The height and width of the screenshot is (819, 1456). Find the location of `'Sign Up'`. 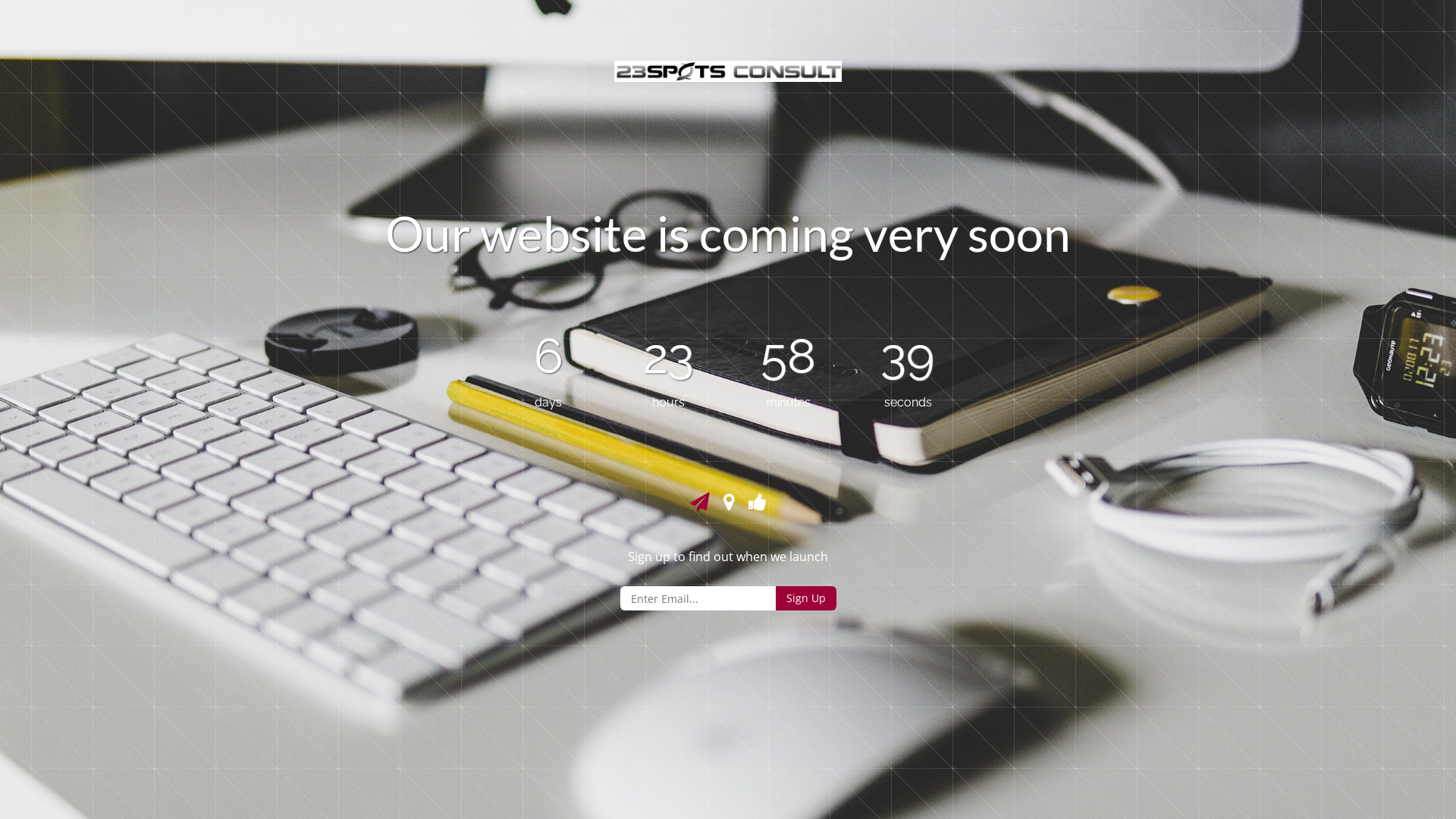

'Sign Up' is located at coordinates (775, 598).